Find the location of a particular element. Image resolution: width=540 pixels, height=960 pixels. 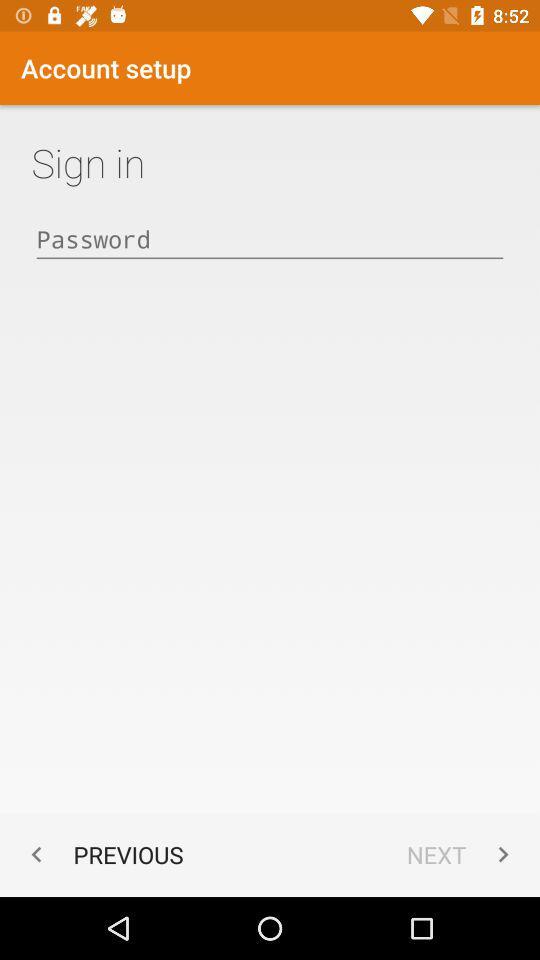

previous app is located at coordinates (102, 853).